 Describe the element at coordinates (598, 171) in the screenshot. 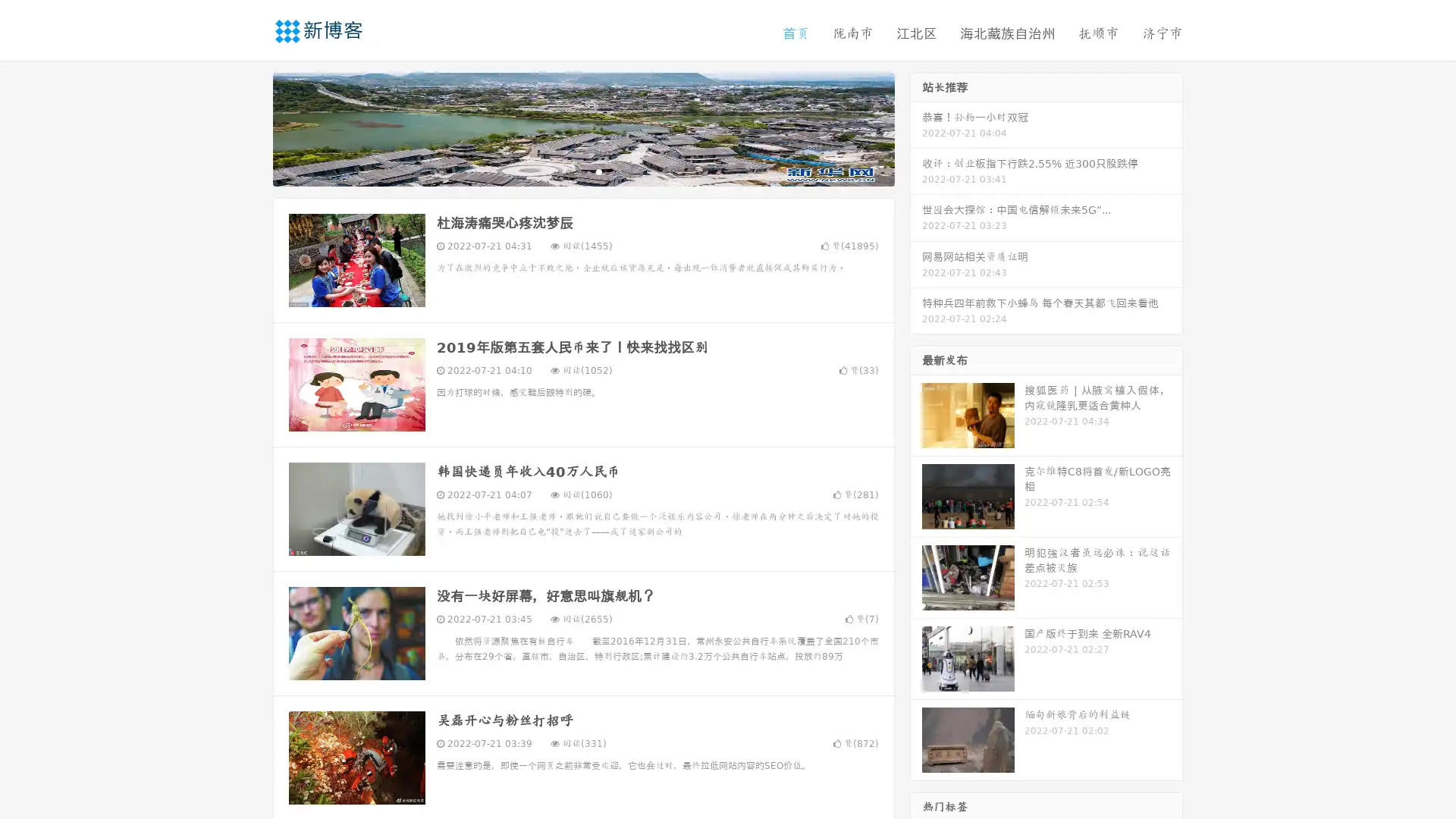

I see `Go to slide 3` at that location.